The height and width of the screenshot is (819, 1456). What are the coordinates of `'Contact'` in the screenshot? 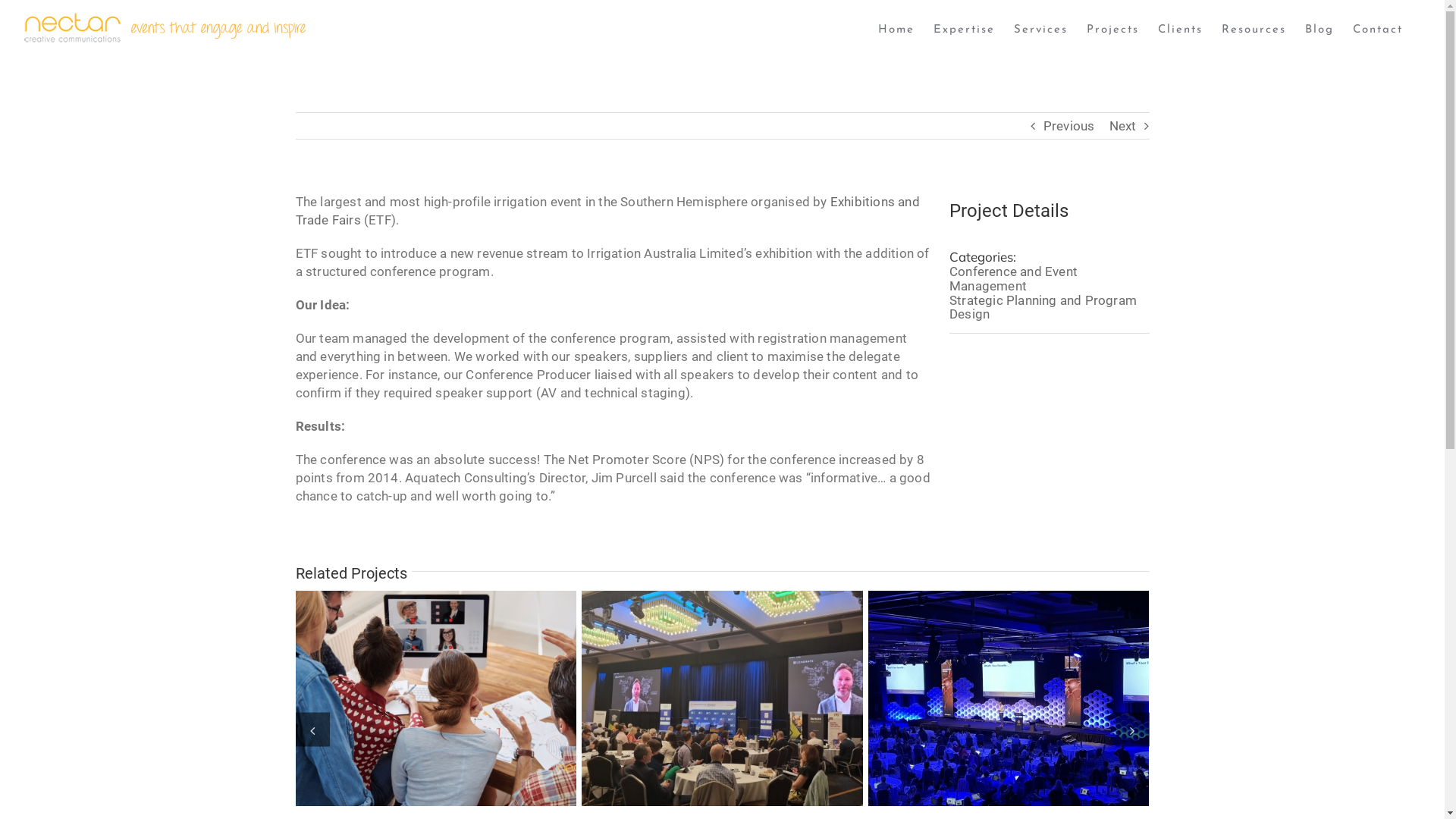 It's located at (1378, 29).